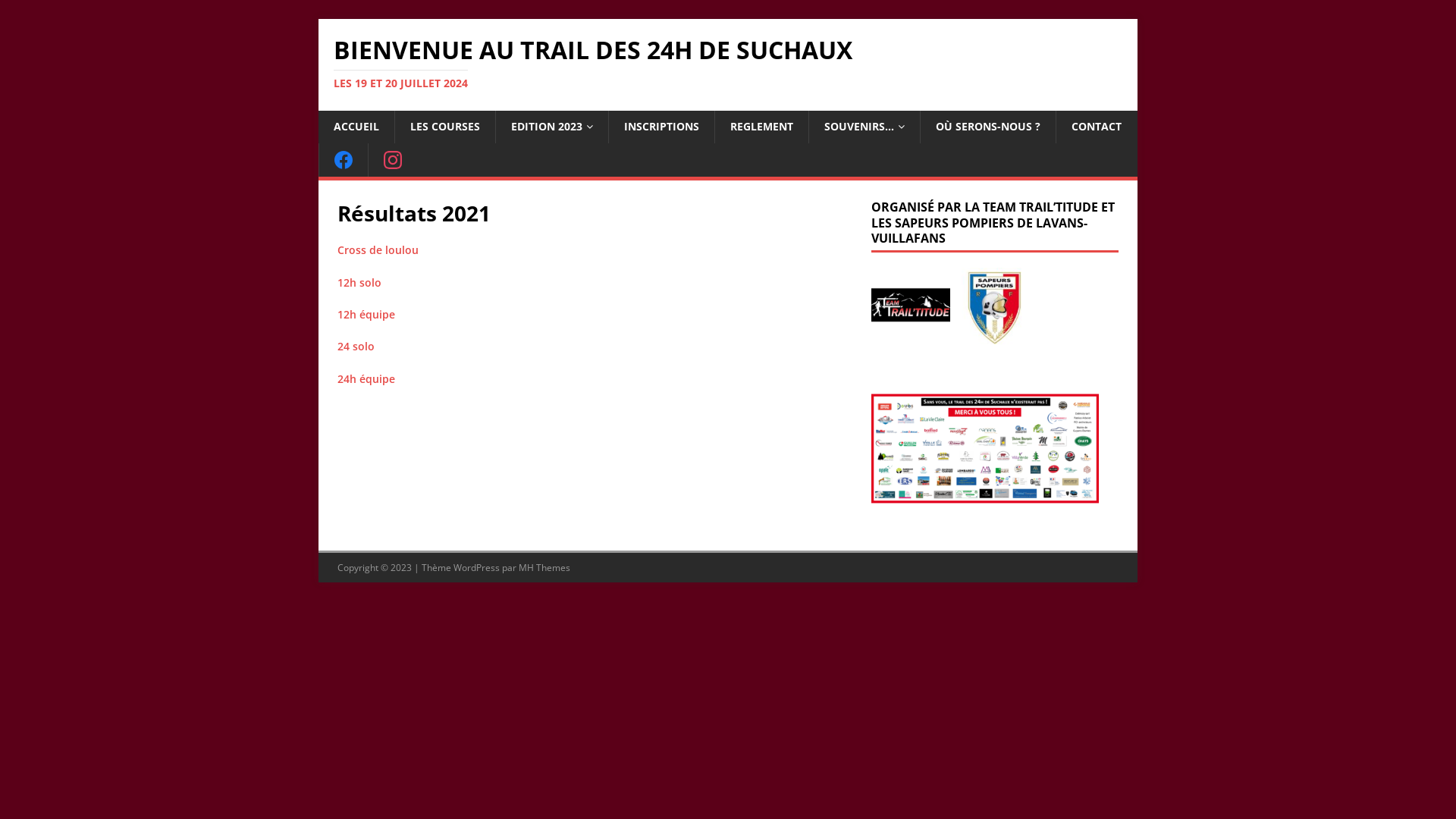 The width and height of the screenshot is (1456, 819). Describe the element at coordinates (378, 249) in the screenshot. I see `'Cross de loulou'` at that location.